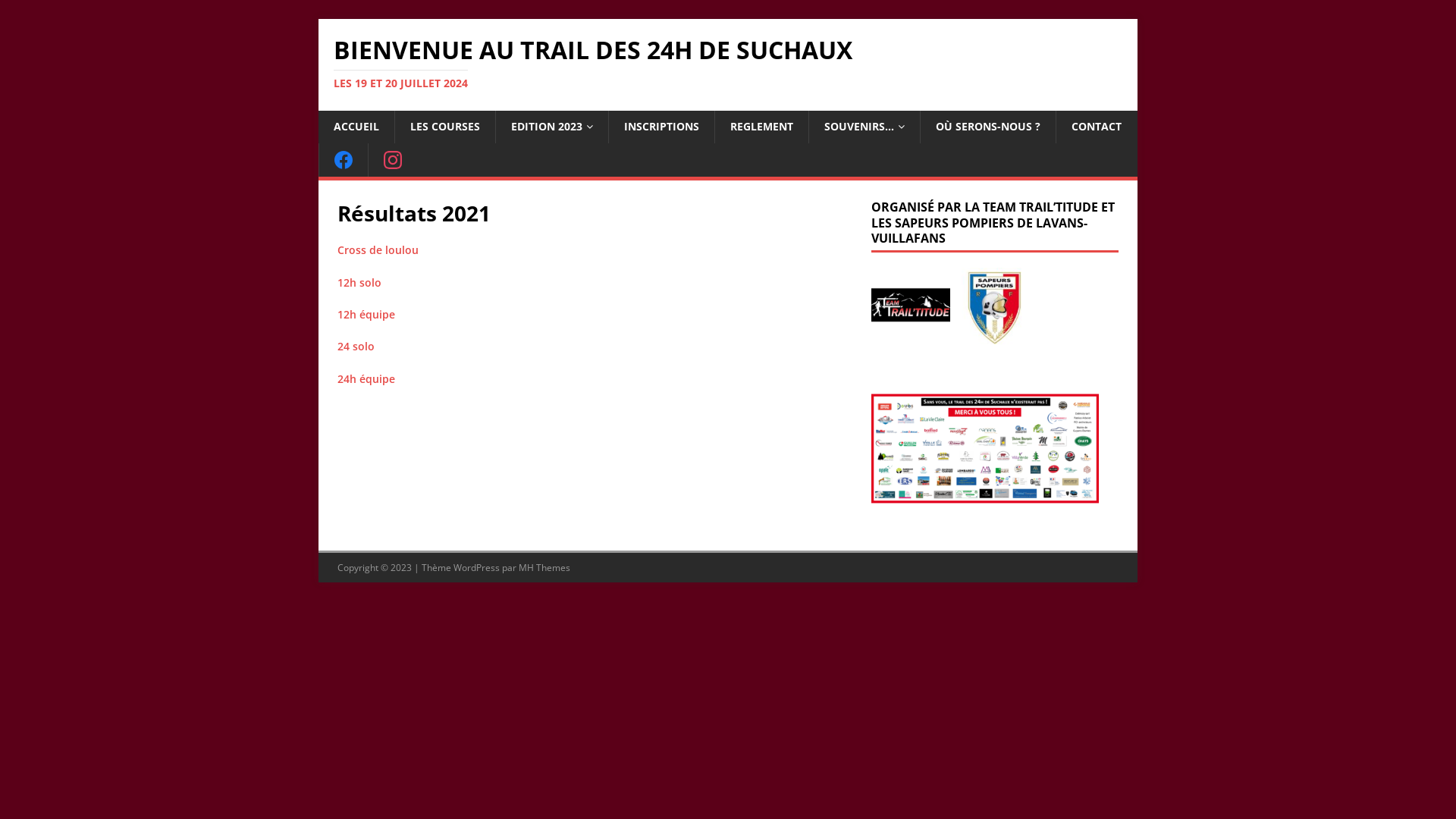 The width and height of the screenshot is (1456, 819). Describe the element at coordinates (378, 249) in the screenshot. I see `'Cross de loulou'` at that location.